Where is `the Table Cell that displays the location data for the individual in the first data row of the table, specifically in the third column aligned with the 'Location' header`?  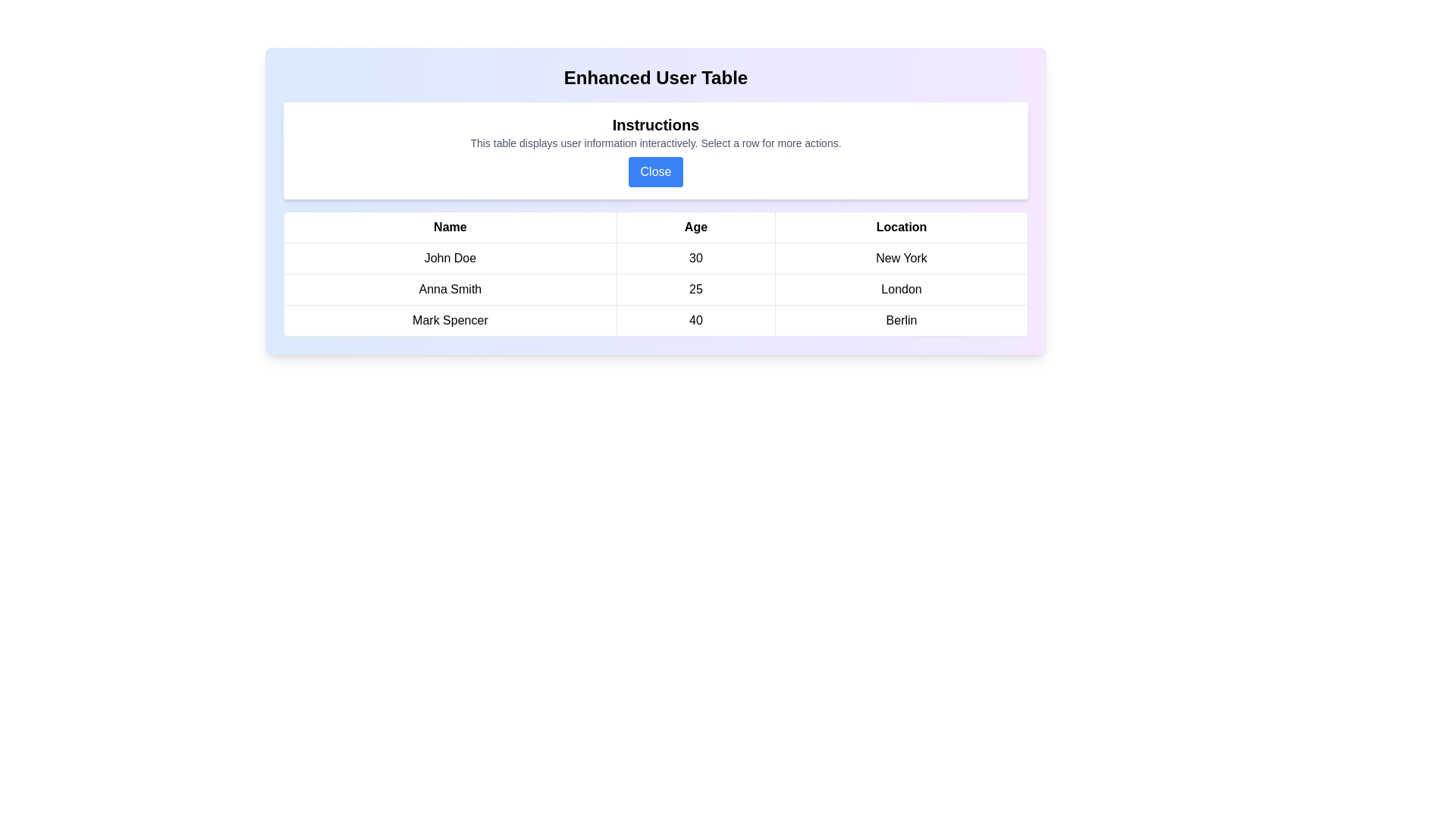 the Table Cell that displays the location data for the individual in the first data row of the table, specifically in the third column aligned with the 'Location' header is located at coordinates (902, 257).